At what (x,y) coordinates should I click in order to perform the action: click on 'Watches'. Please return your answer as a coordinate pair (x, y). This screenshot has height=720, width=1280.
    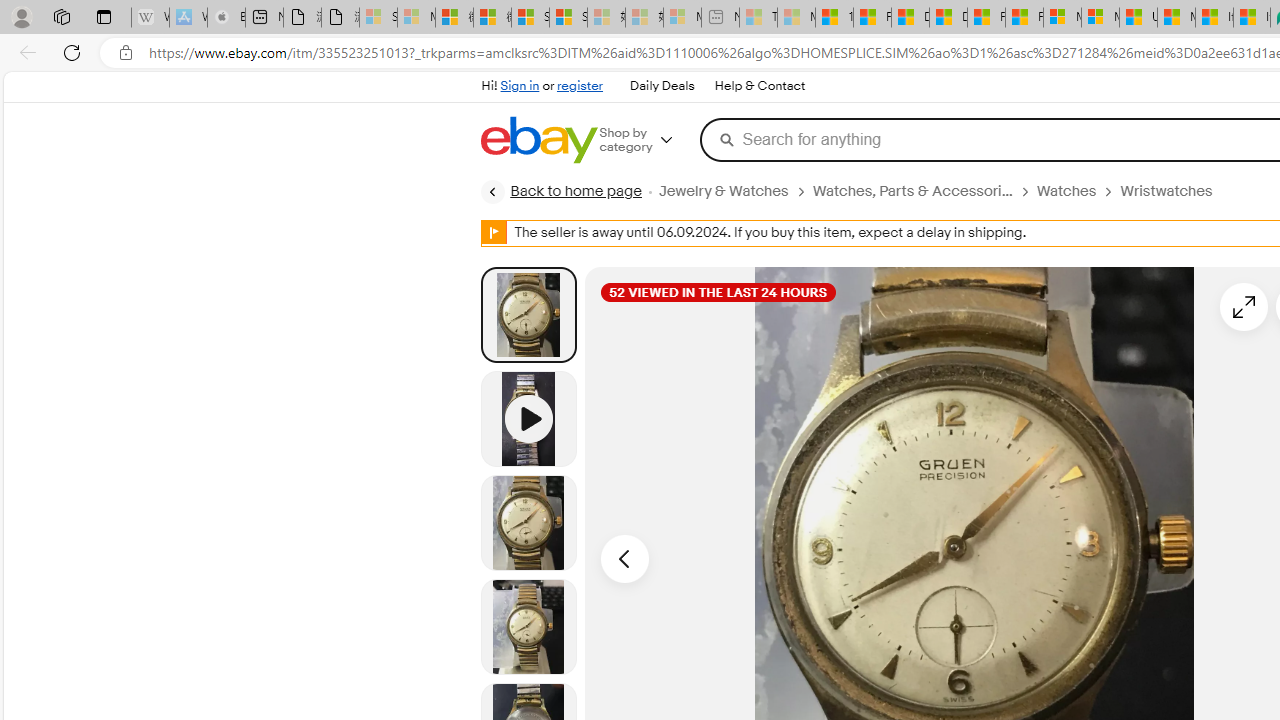
    Looking at the image, I should click on (1077, 191).